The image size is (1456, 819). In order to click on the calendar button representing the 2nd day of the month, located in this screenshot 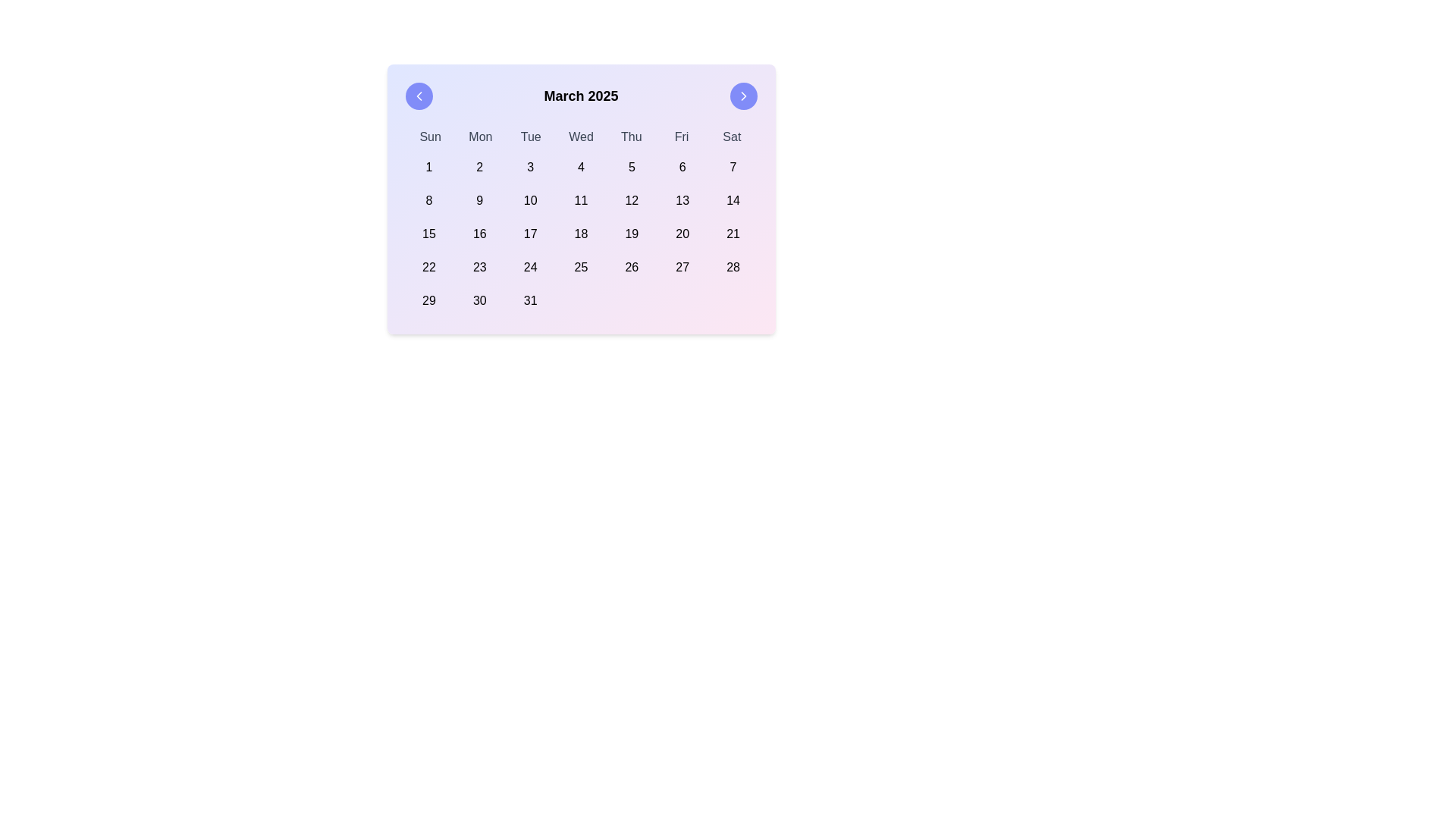, I will do `click(479, 167)`.